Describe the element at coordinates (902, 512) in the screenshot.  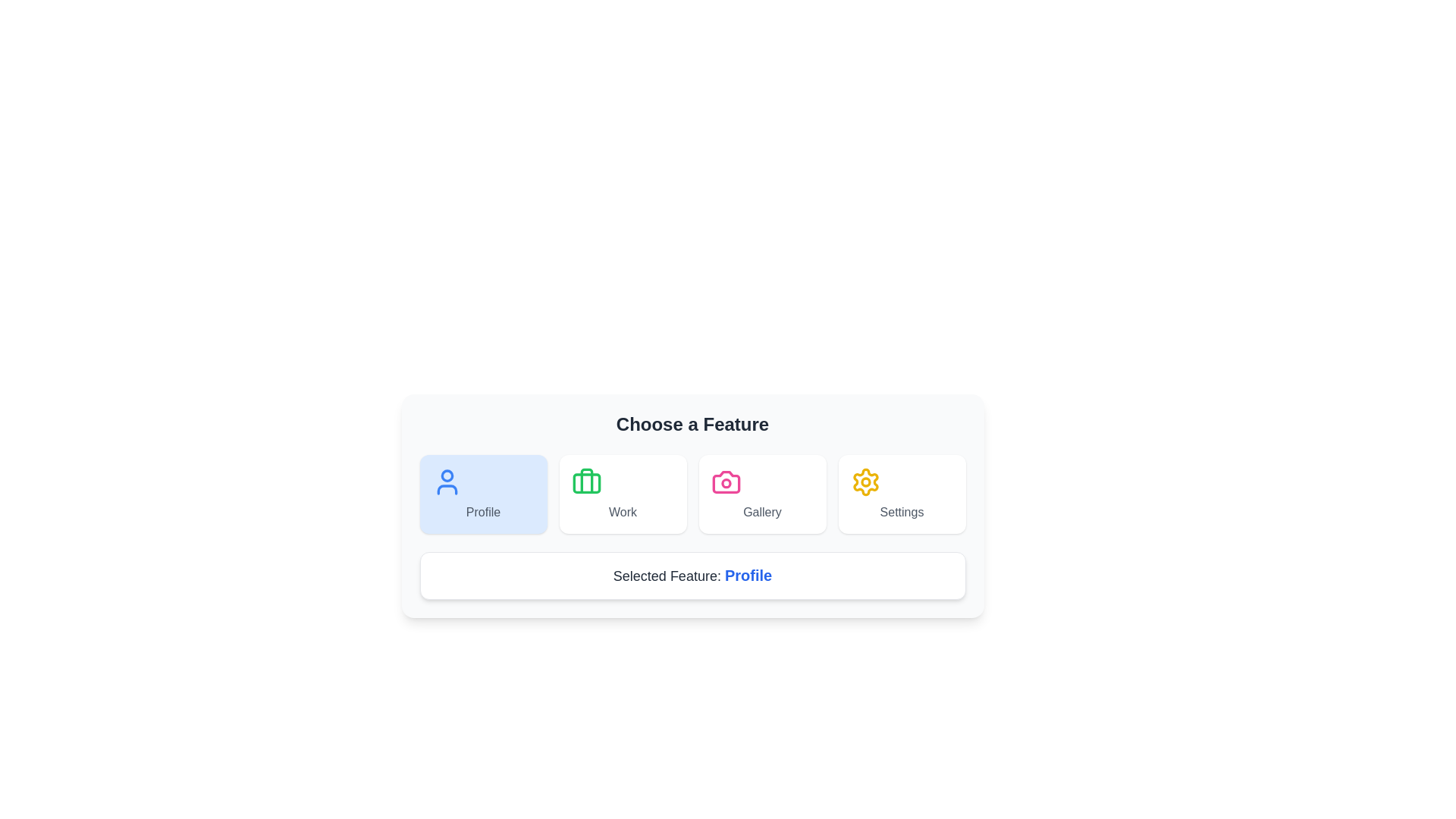
I see `the 'Settings' text label, which is positioned underneath a yellow cogwheel icon within a rectangular card on the far right of a horizontally aligned group of selectable items` at that location.